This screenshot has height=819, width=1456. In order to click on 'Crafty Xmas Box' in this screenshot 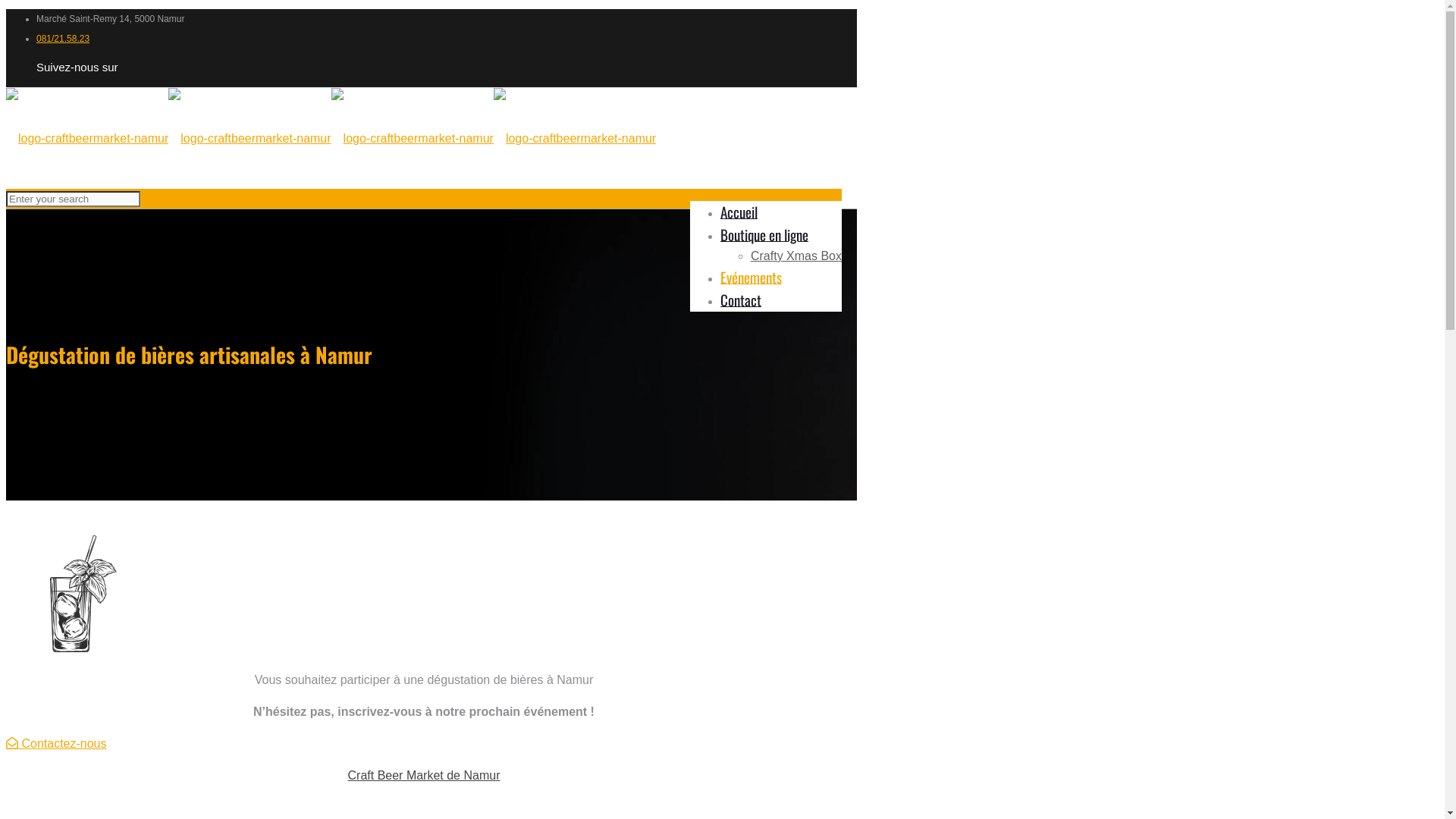, I will do `click(795, 255)`.